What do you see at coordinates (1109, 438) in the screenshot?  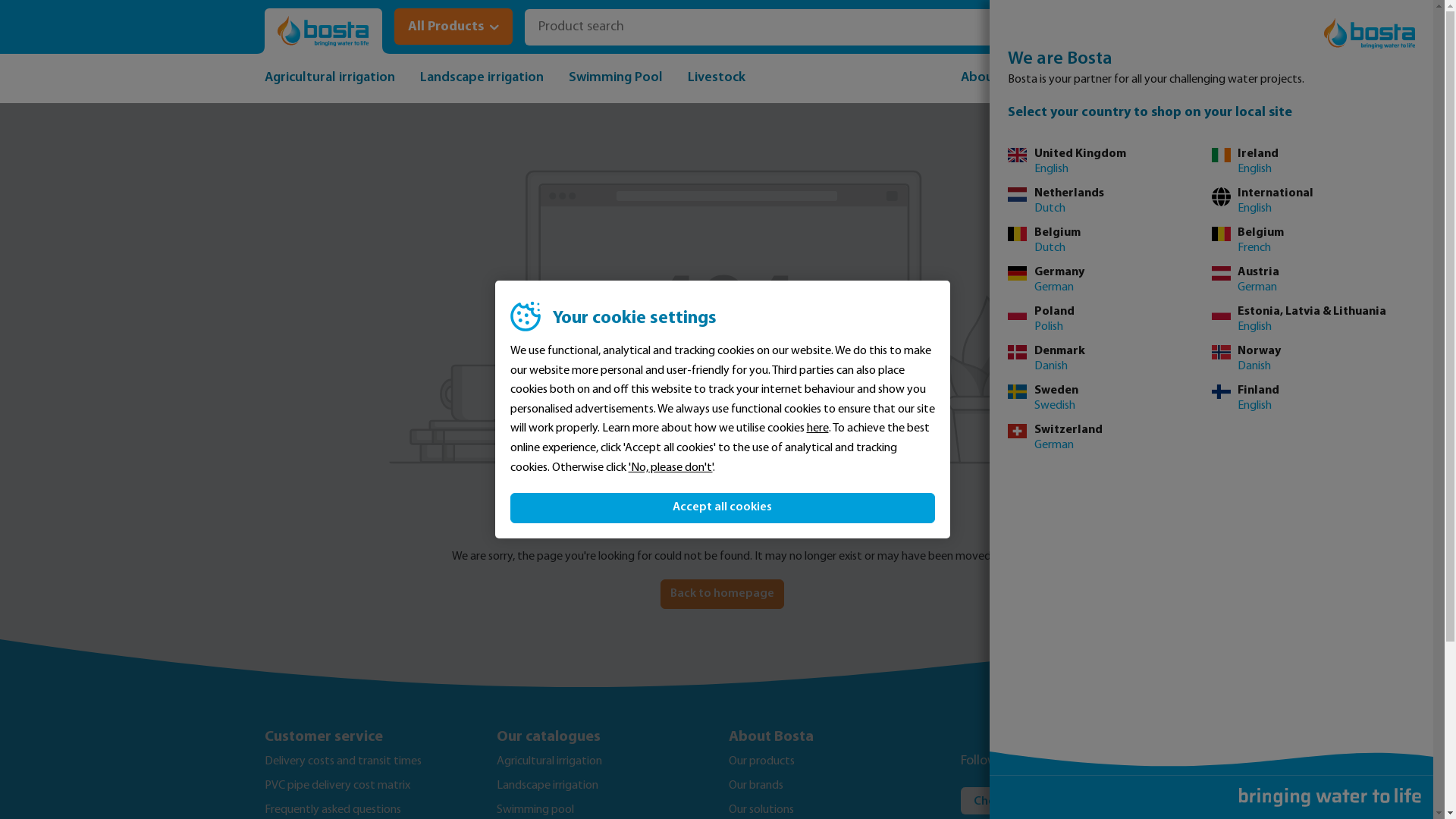 I see `'Switzerland` at bounding box center [1109, 438].